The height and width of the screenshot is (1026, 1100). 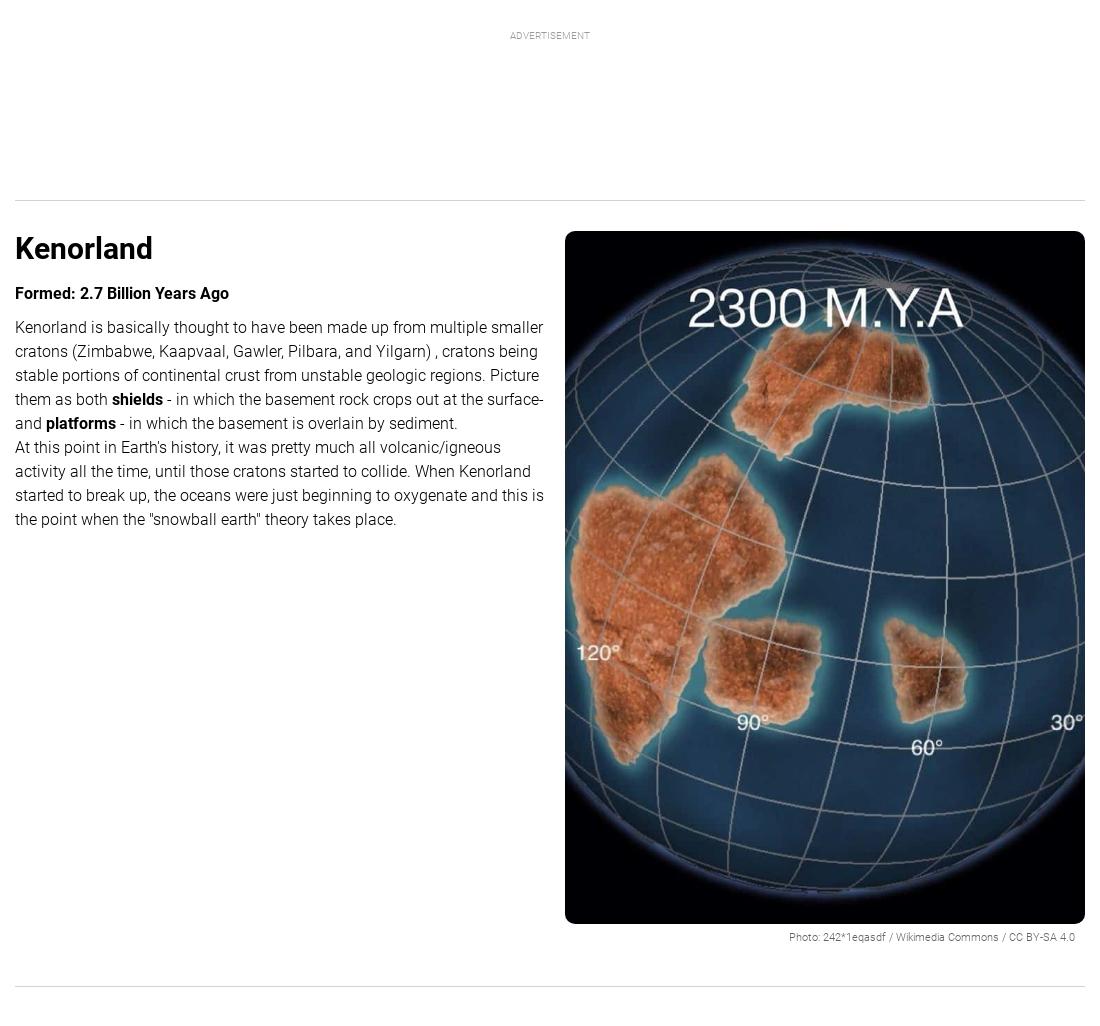 What do you see at coordinates (947, 936) in the screenshot?
I see `'Wikimedia Commons'` at bounding box center [947, 936].